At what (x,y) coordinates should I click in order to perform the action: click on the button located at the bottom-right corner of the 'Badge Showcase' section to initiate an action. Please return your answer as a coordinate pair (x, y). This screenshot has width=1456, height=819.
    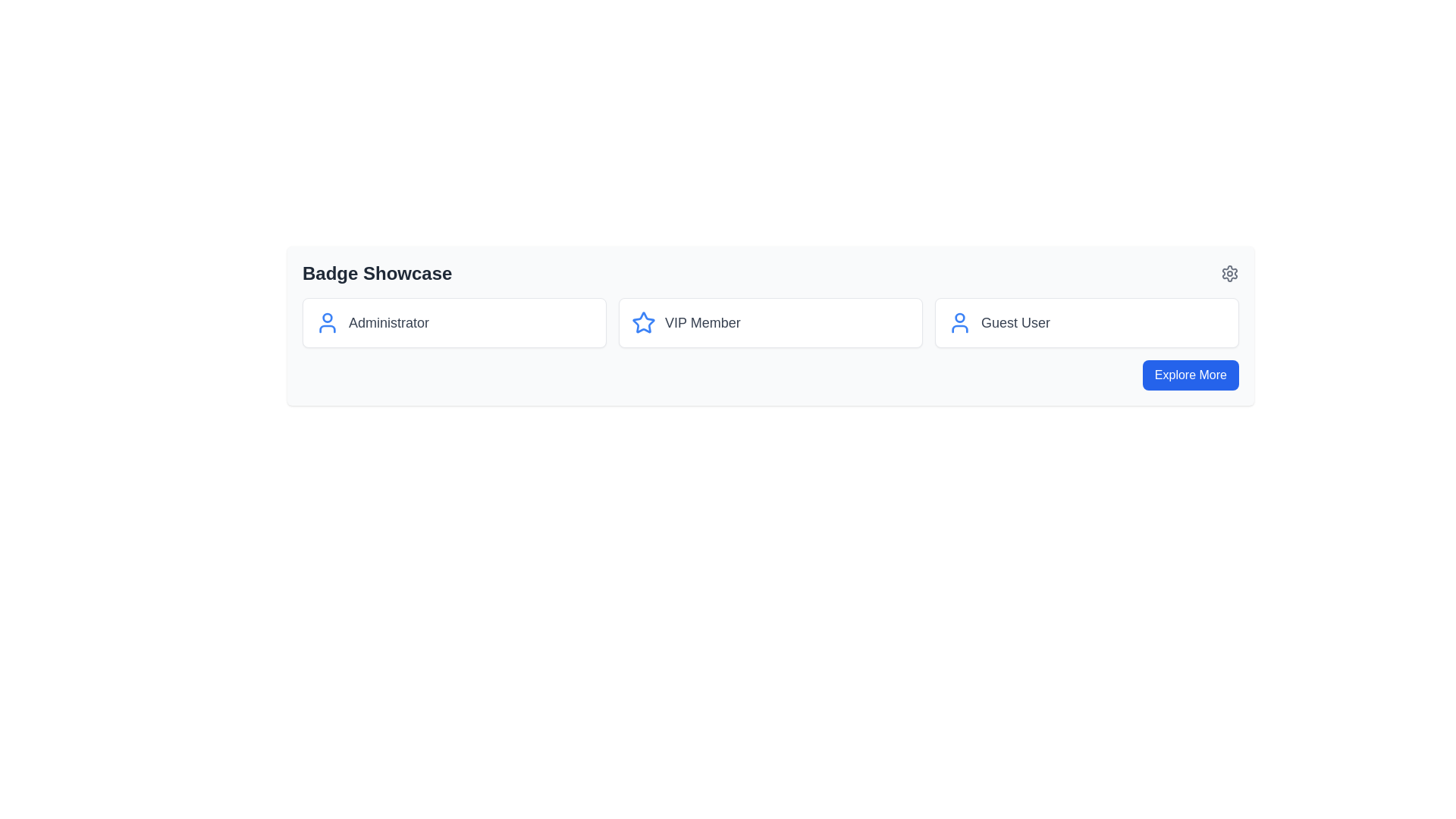
    Looking at the image, I should click on (1190, 375).